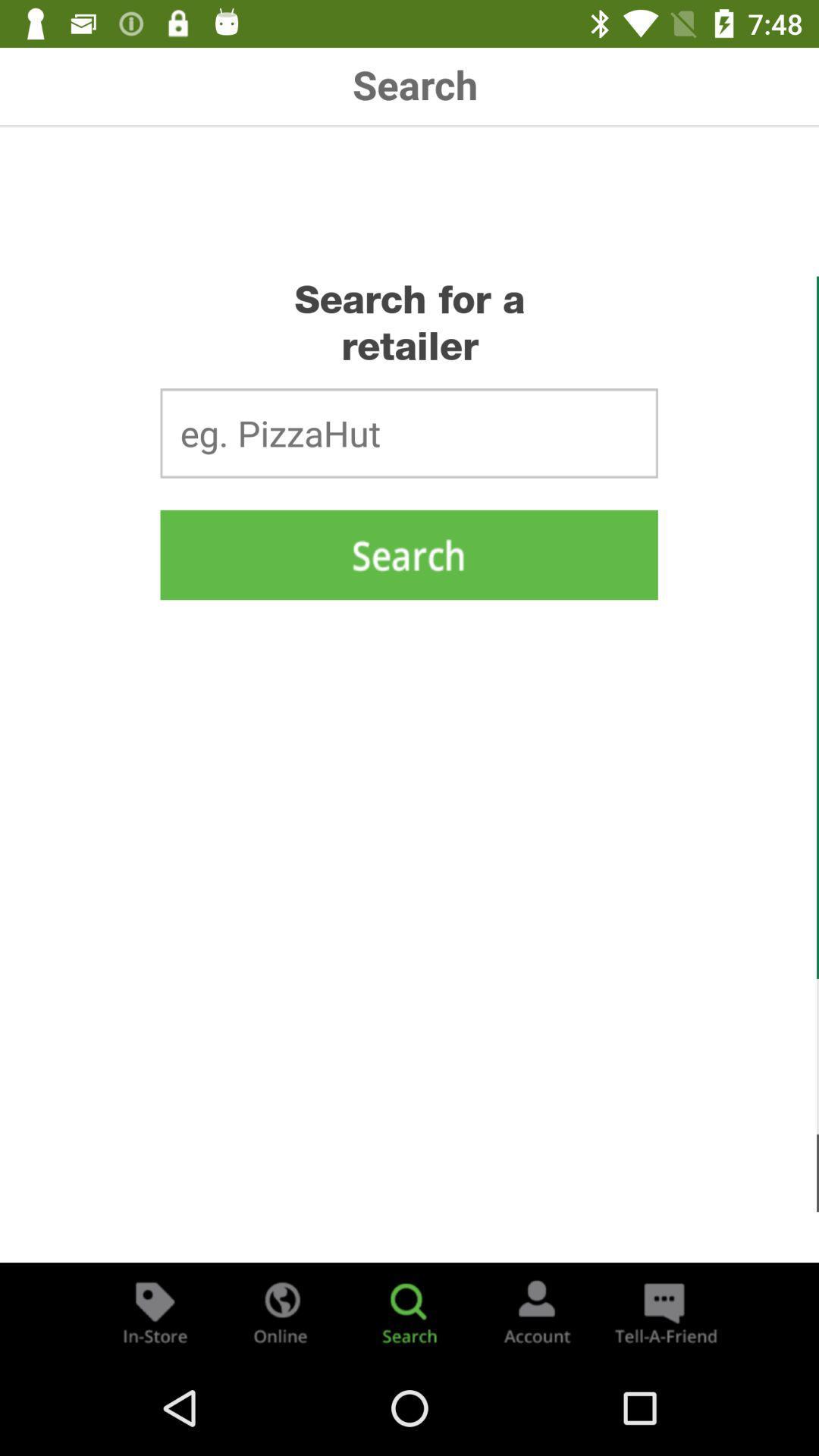 This screenshot has height=1456, width=819. I want to click on retailer name in the input box, so click(408, 432).